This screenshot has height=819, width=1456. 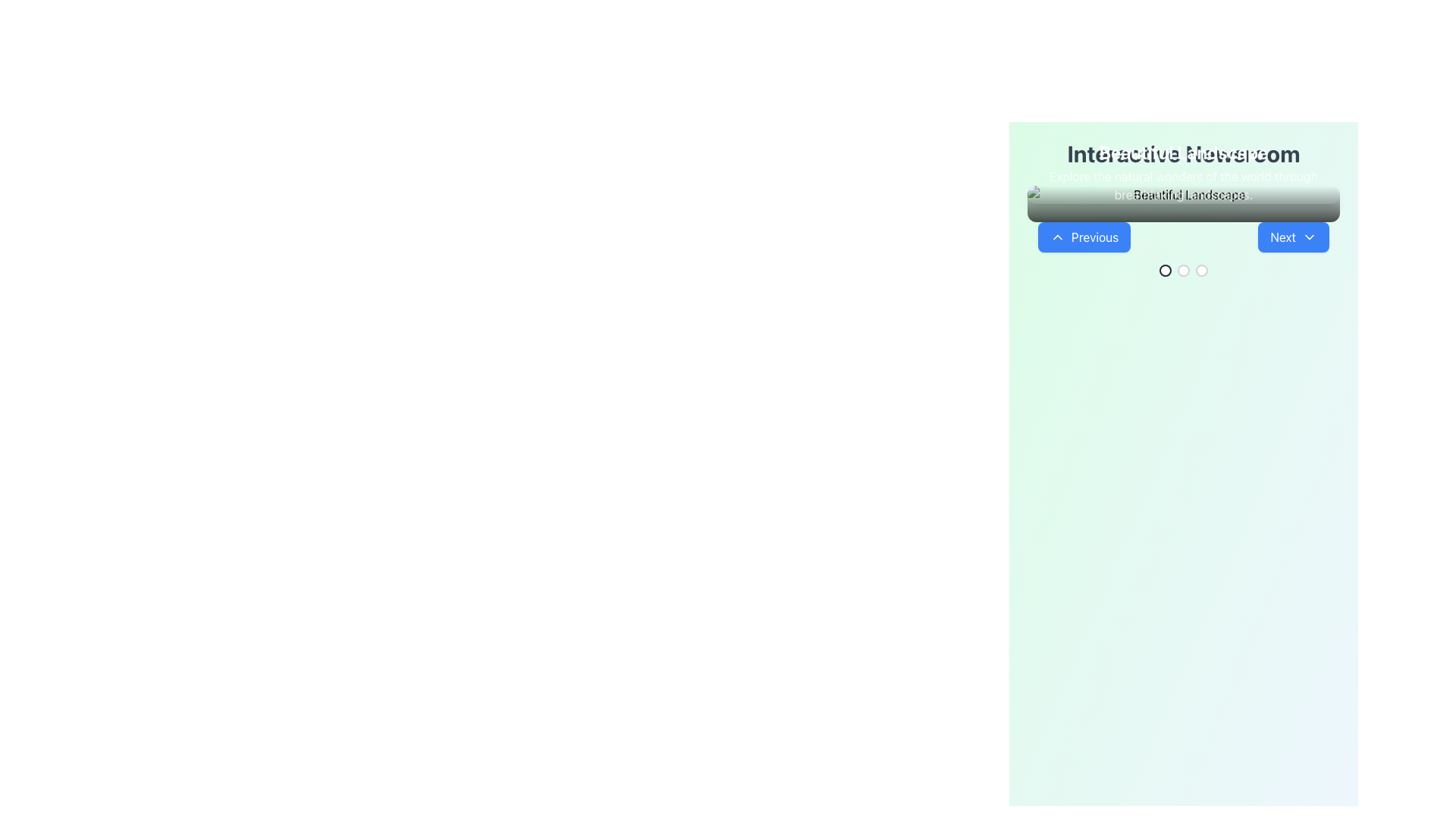 What do you see at coordinates (1057, 237) in the screenshot?
I see `the navigation icon located in the blue button labeled 'Previous'` at bounding box center [1057, 237].